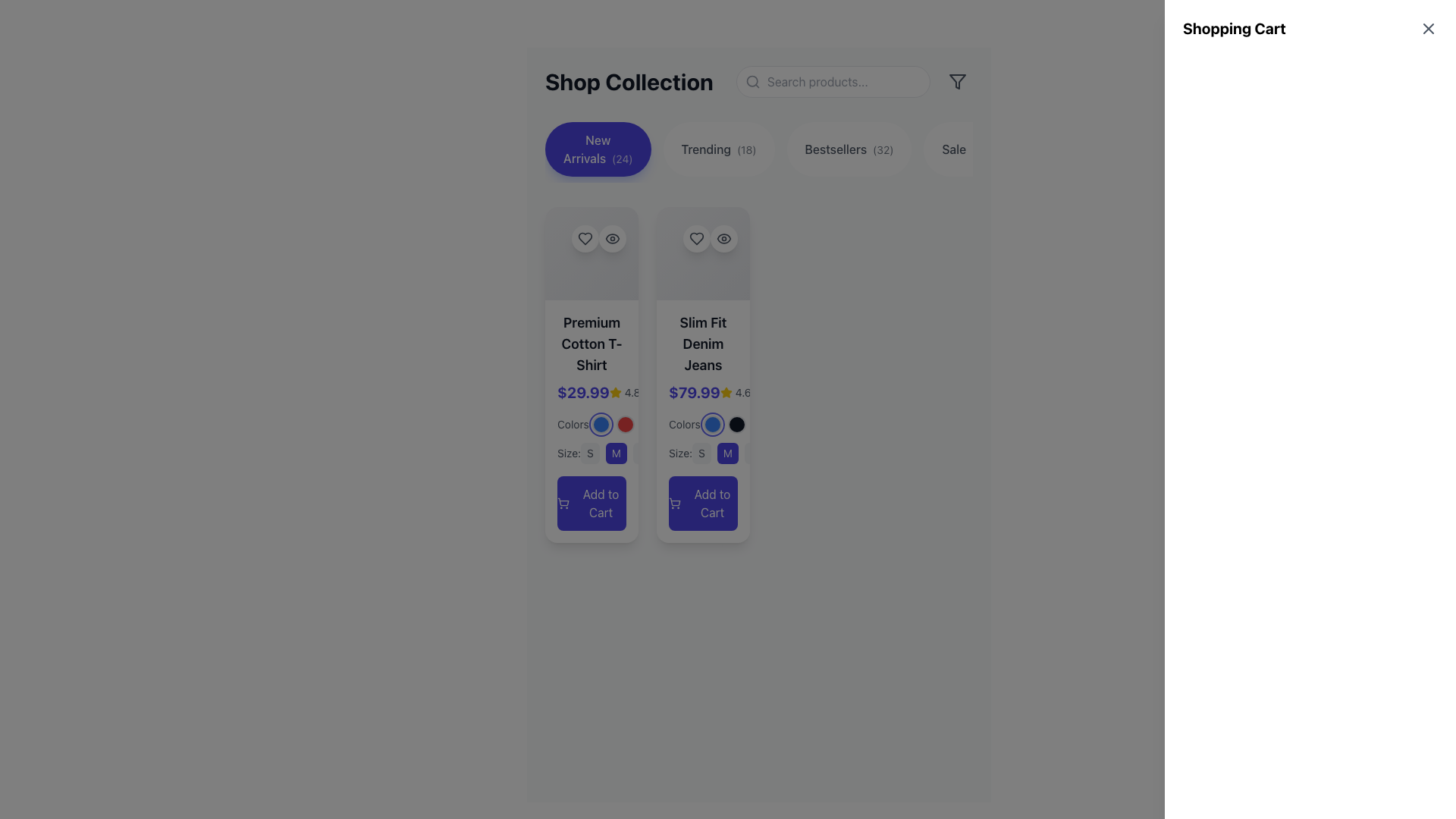 This screenshot has height=819, width=1456. Describe the element at coordinates (591, 452) in the screenshot. I see `the rounded rectangular button labeled 'S' with a light gray background` at that location.